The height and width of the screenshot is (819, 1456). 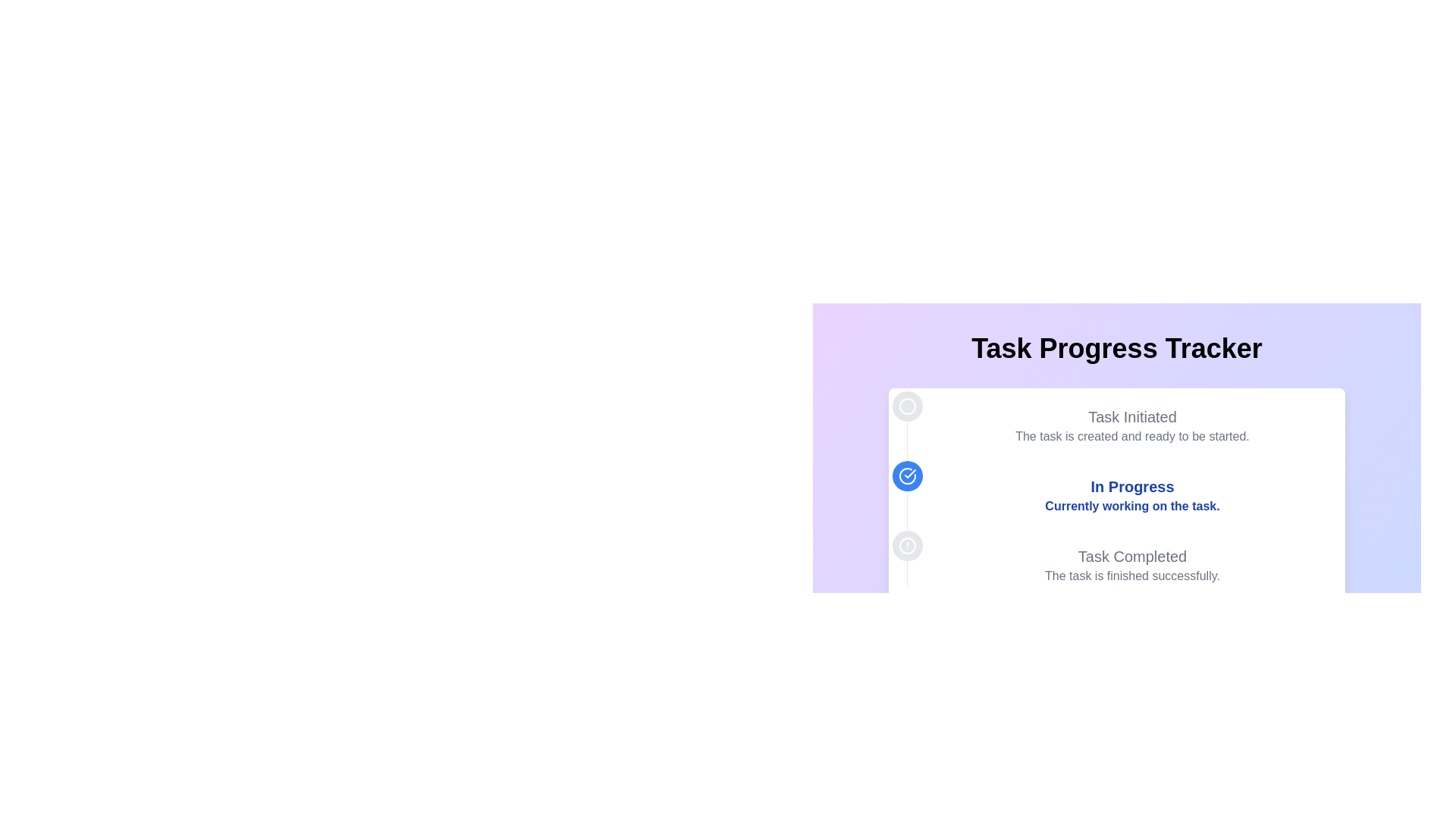 What do you see at coordinates (1132, 436) in the screenshot?
I see `the text element that provides additional details about the current status of a task, located below 'Task Initiated'` at bounding box center [1132, 436].